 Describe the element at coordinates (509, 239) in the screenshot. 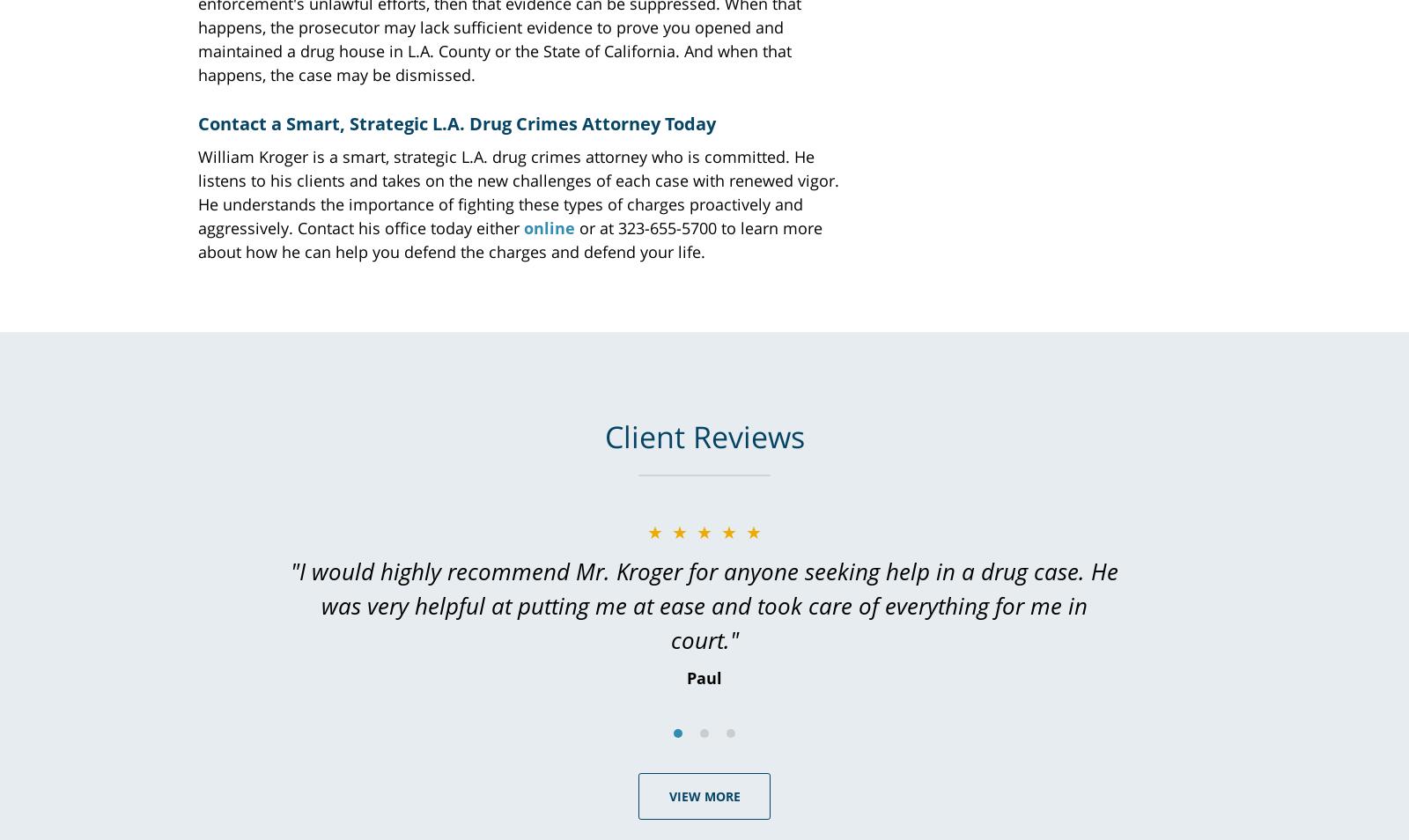

I see `'or at 323-655-5700 to learn more about how he can help you defend the charges and defend your life.'` at that location.